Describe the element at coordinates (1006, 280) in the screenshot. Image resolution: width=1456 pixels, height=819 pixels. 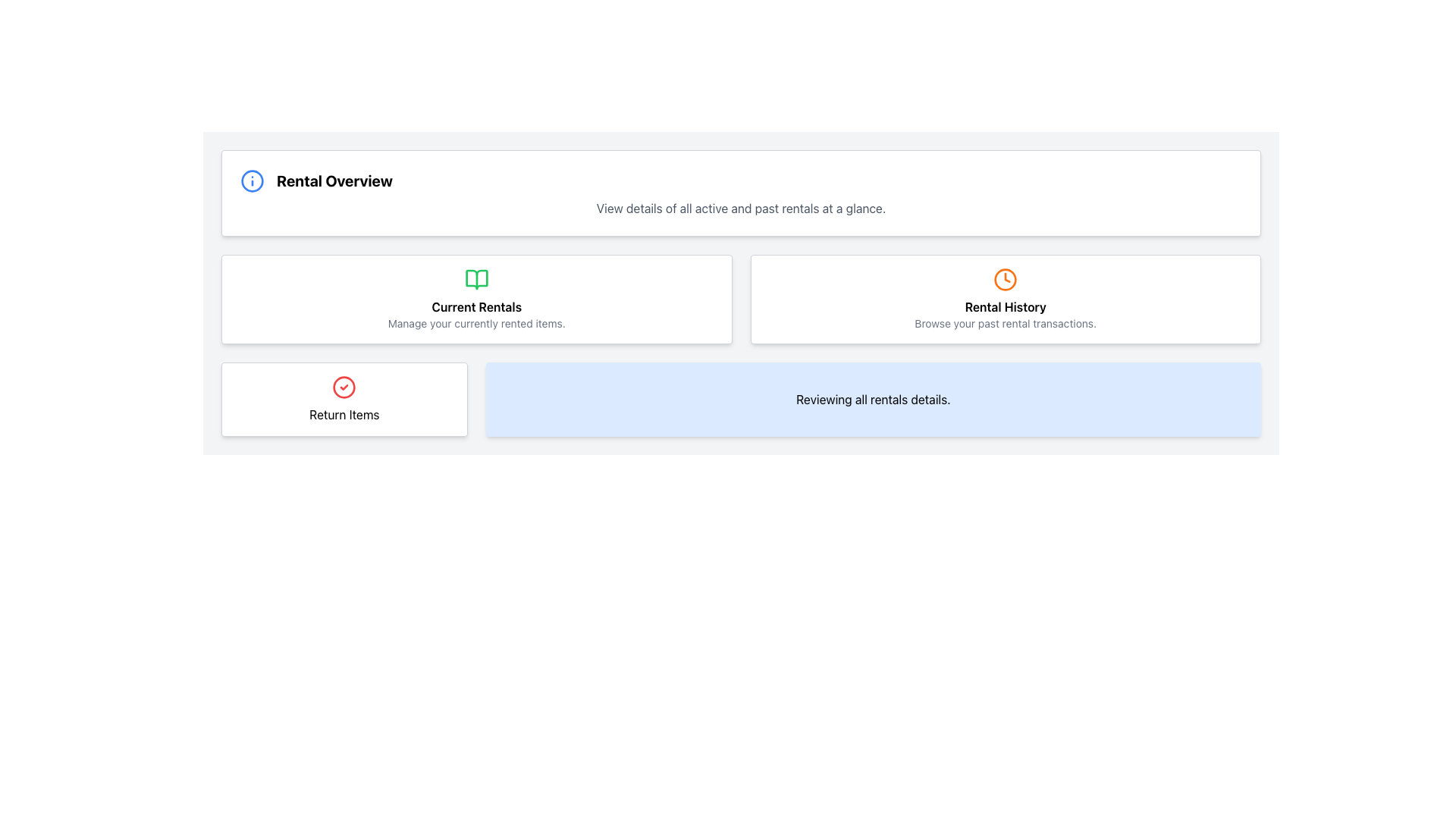
I see `the left circular sub-component of the clock icon in the 'Rental History' section of the user interface` at that location.